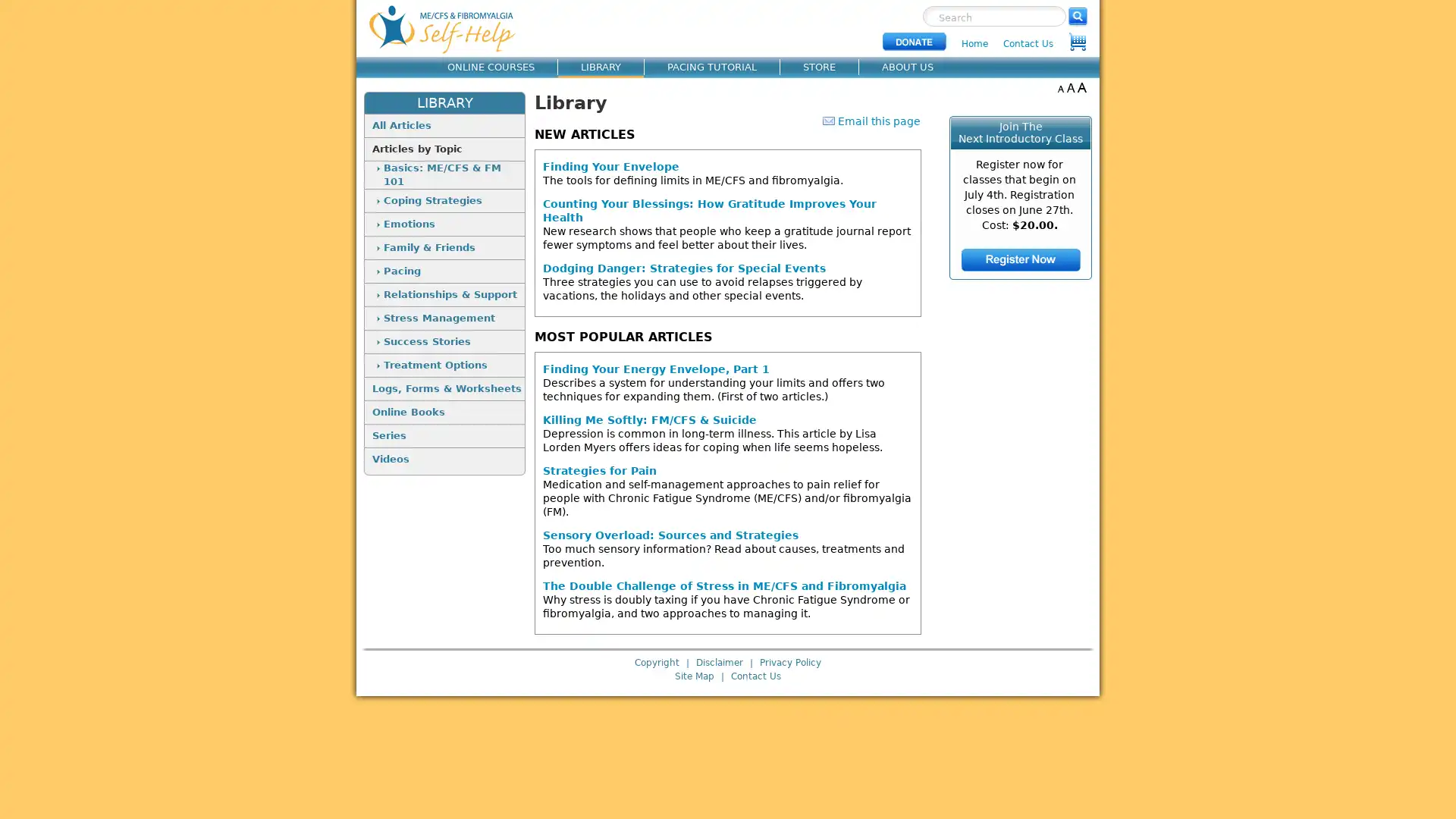 Image resolution: width=1456 pixels, height=819 pixels. Describe the element at coordinates (1059, 87) in the screenshot. I see `A` at that location.